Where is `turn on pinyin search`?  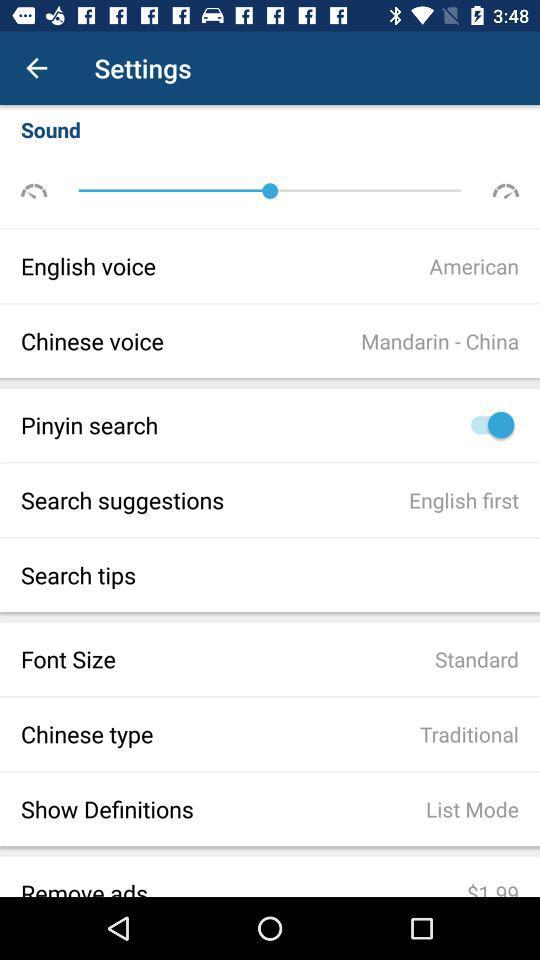 turn on pinyin search is located at coordinates (486, 425).